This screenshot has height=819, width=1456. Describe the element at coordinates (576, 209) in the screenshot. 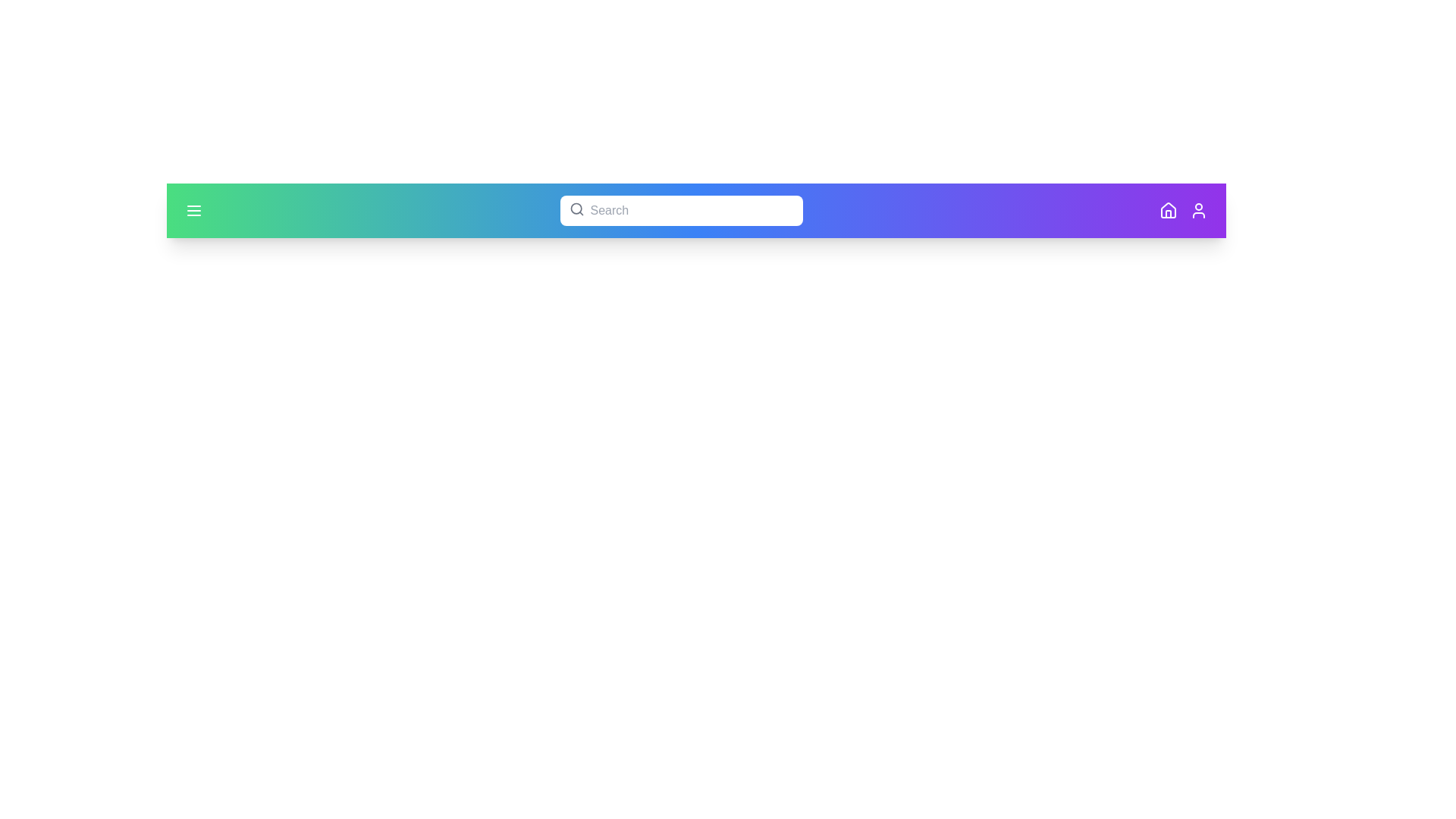

I see `the search icon within the search bar` at that location.